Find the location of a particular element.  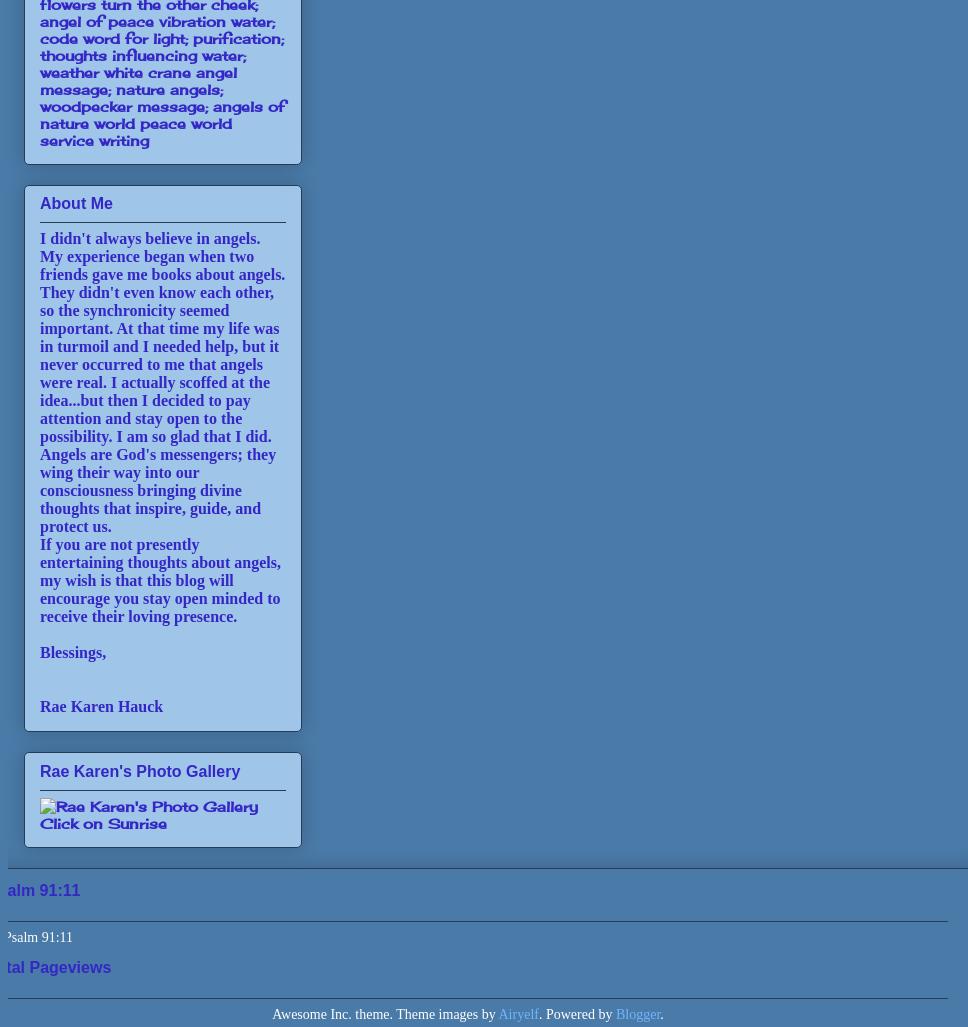

'Rae Karen's Photo Gallery' is located at coordinates (138, 769).